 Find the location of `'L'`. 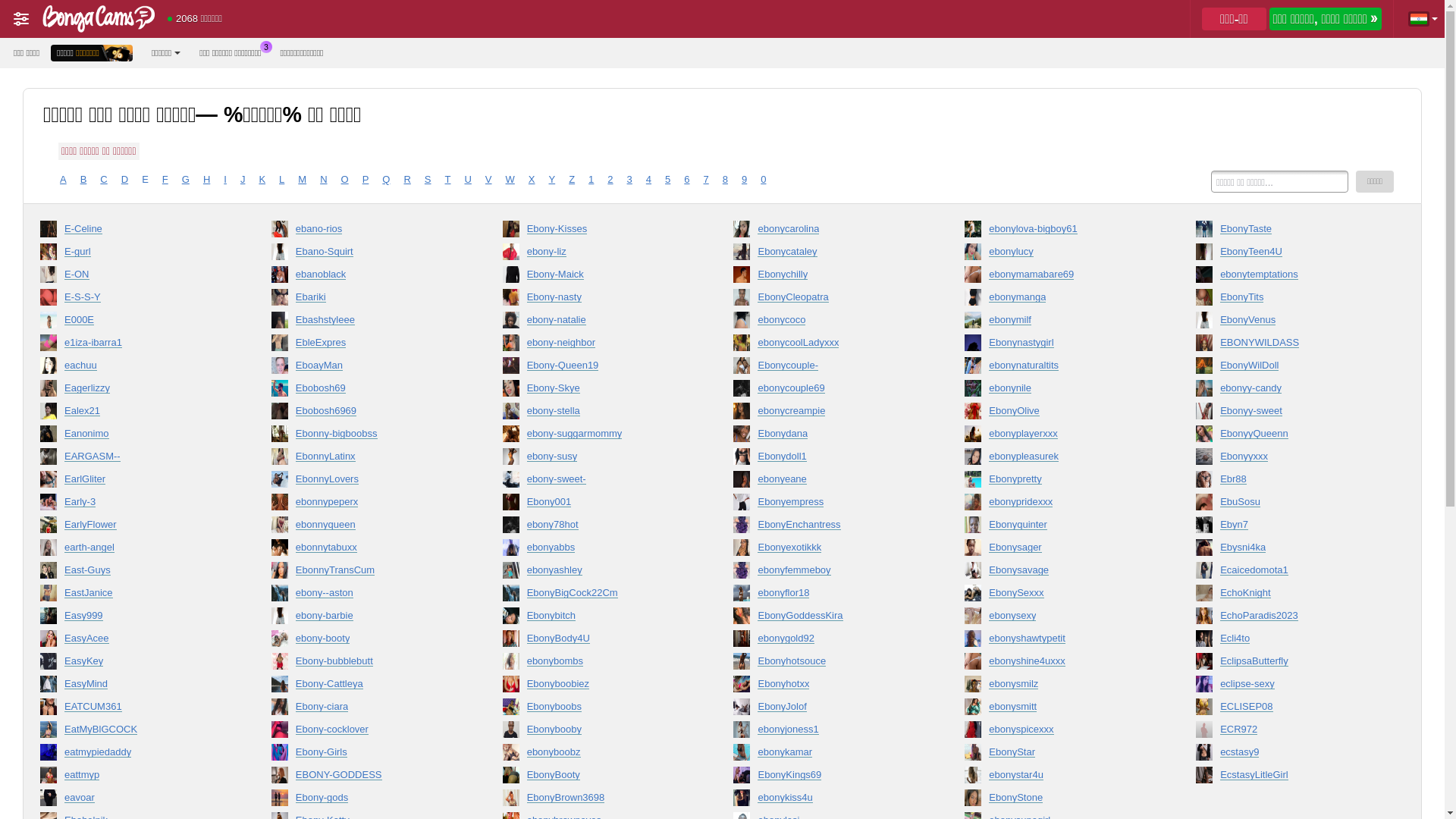

'L' is located at coordinates (281, 178).